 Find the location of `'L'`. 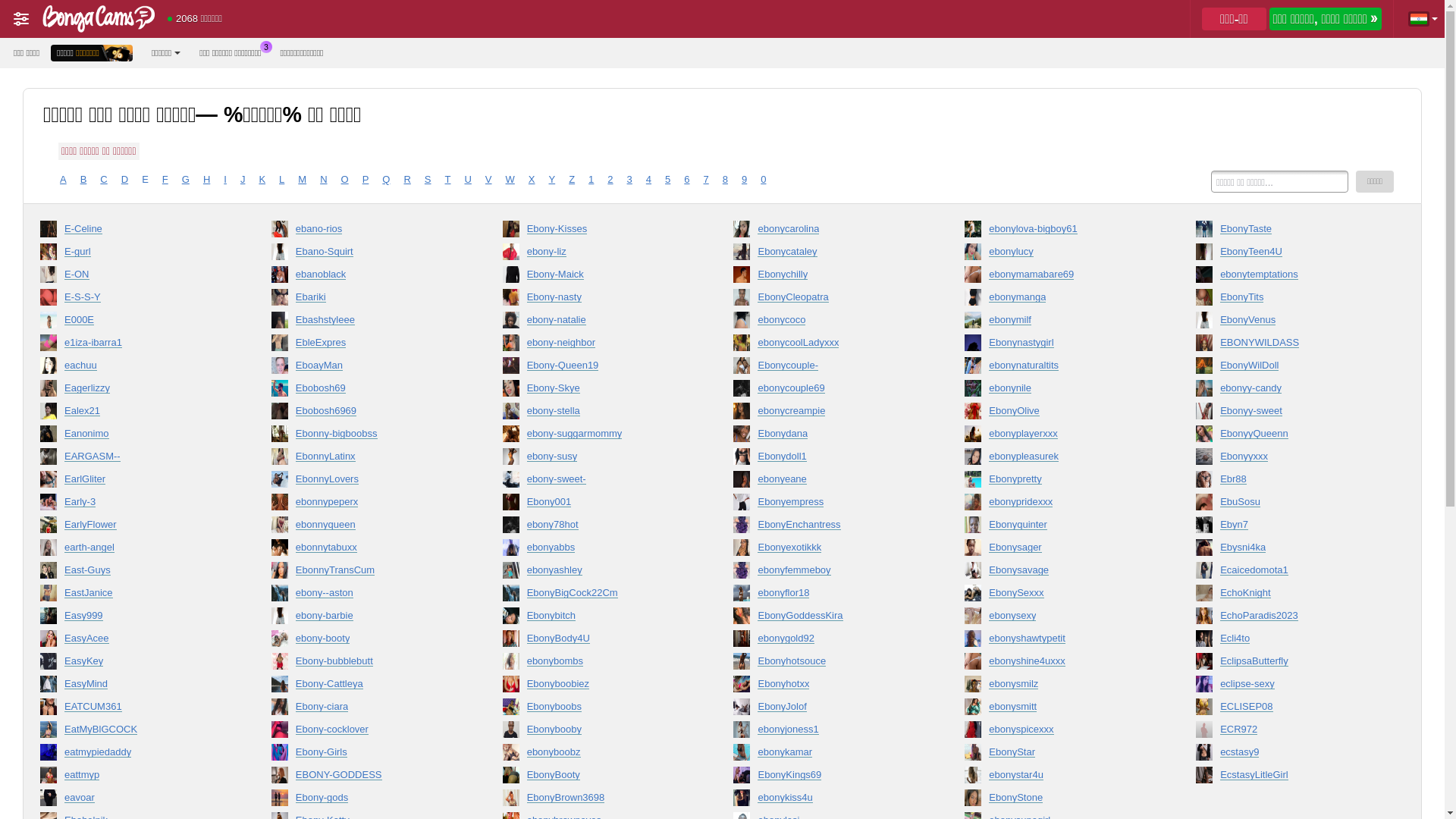

'L' is located at coordinates (281, 178).